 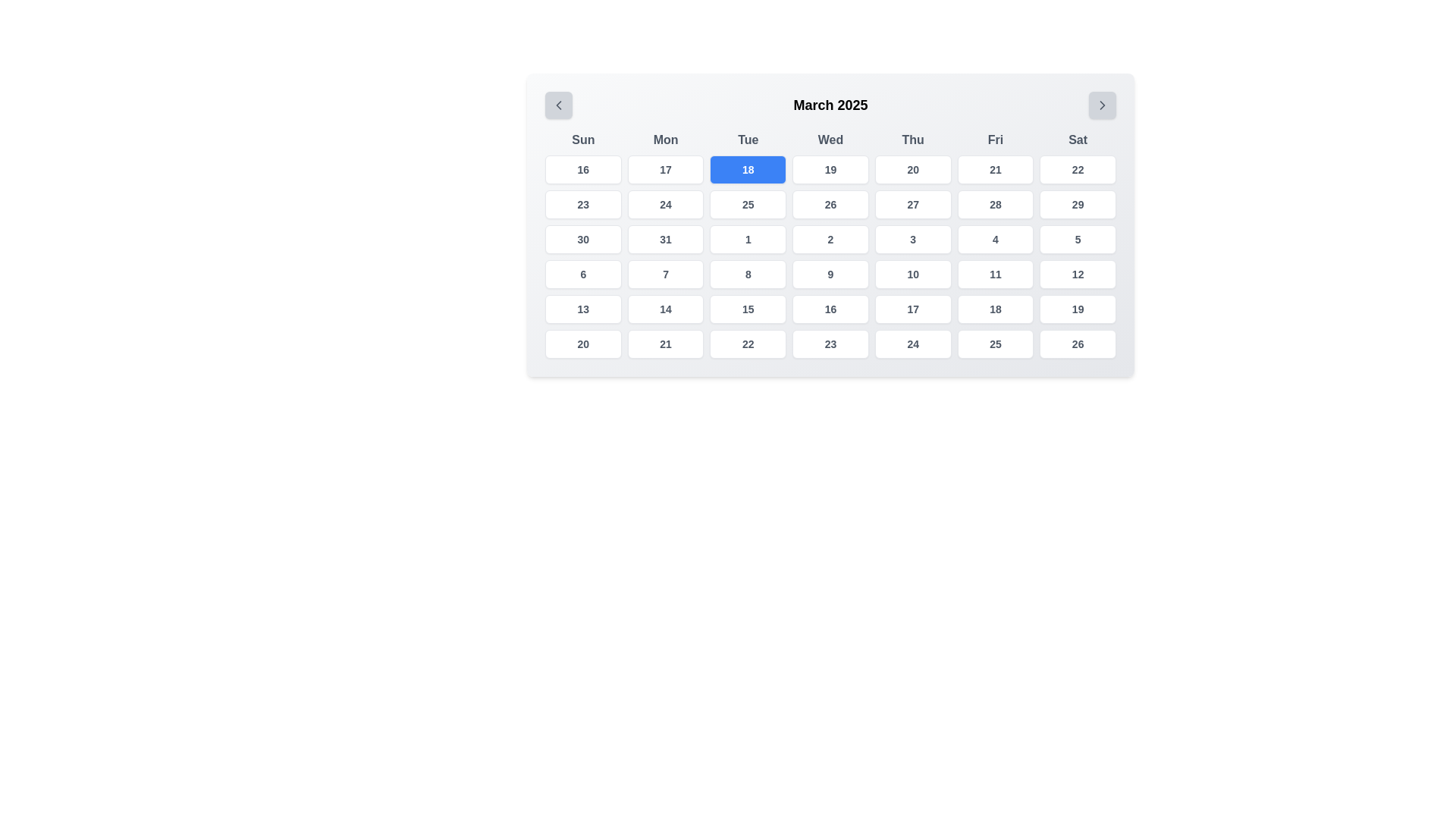 I want to click on the clickable calendar date cell located in the fifth column of the fourth row under the 'Wed' header, so click(x=830, y=205).